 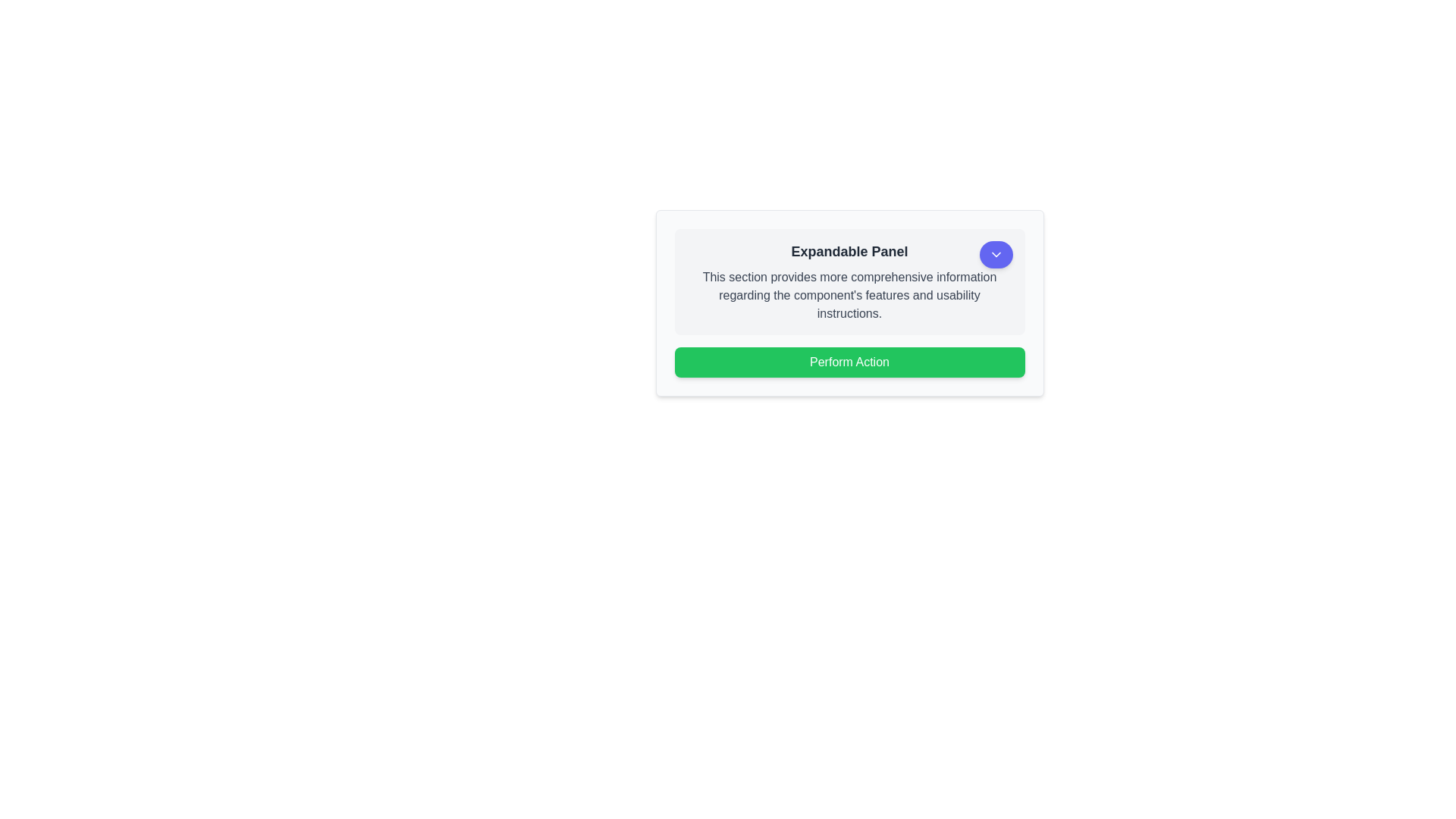 I want to click on the button with a green background and white text that reads 'Perform Action', located at the bottom-center of an expandable panel, so click(x=849, y=362).